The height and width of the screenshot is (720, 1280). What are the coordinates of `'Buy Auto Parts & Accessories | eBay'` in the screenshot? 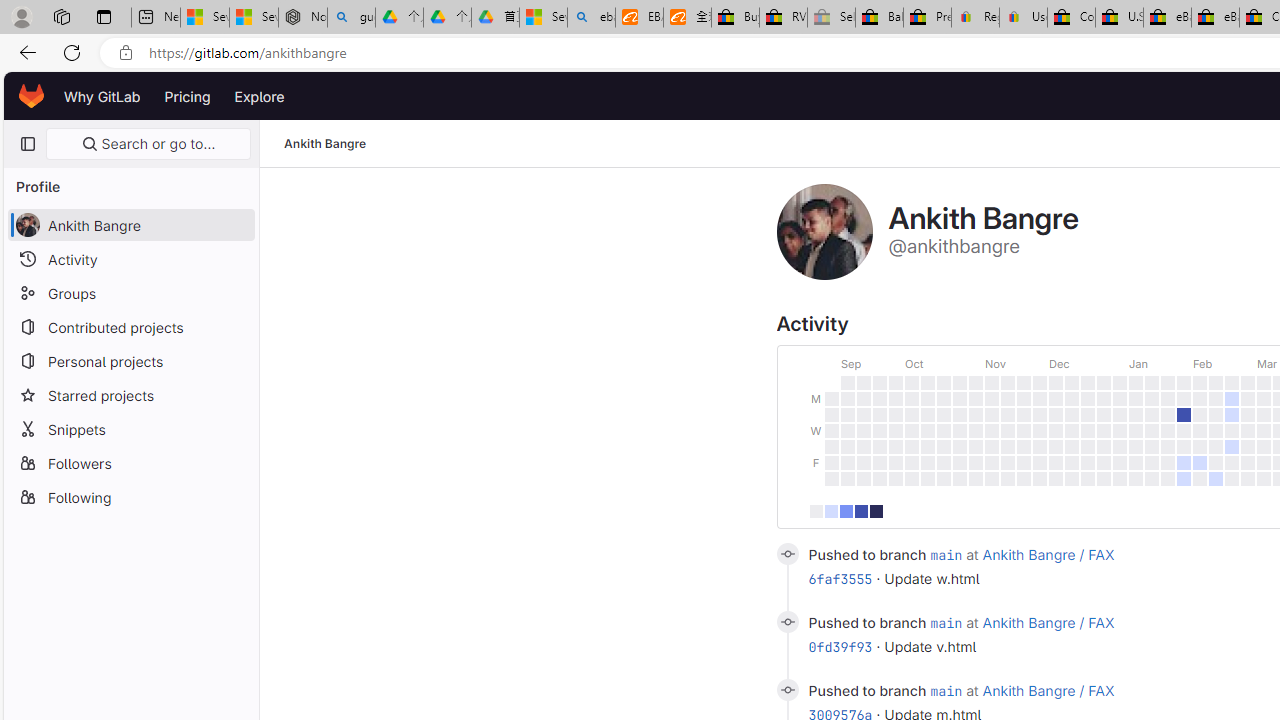 It's located at (734, 17).